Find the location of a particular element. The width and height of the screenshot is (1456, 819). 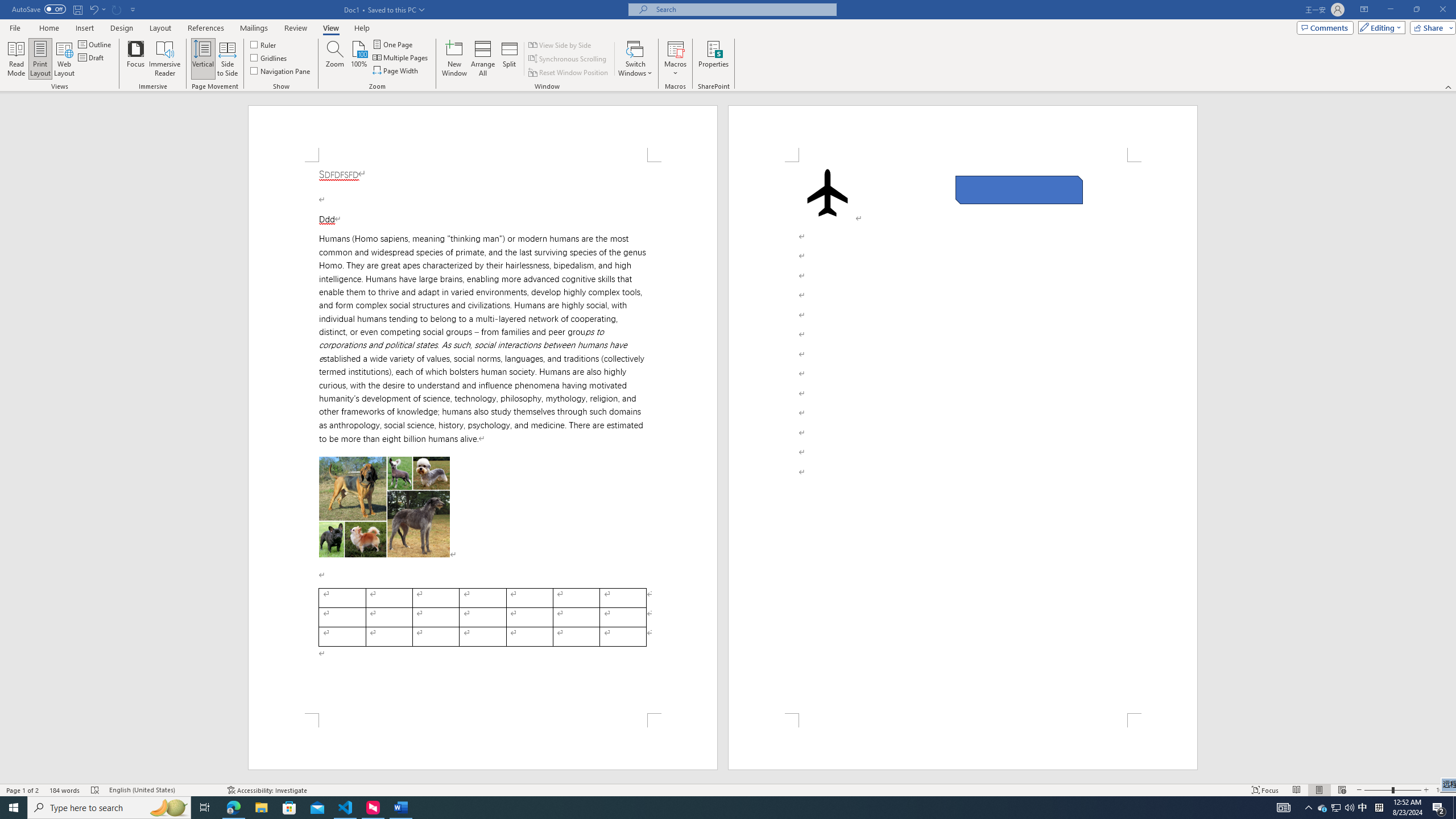

'Help' is located at coordinates (361, 28).